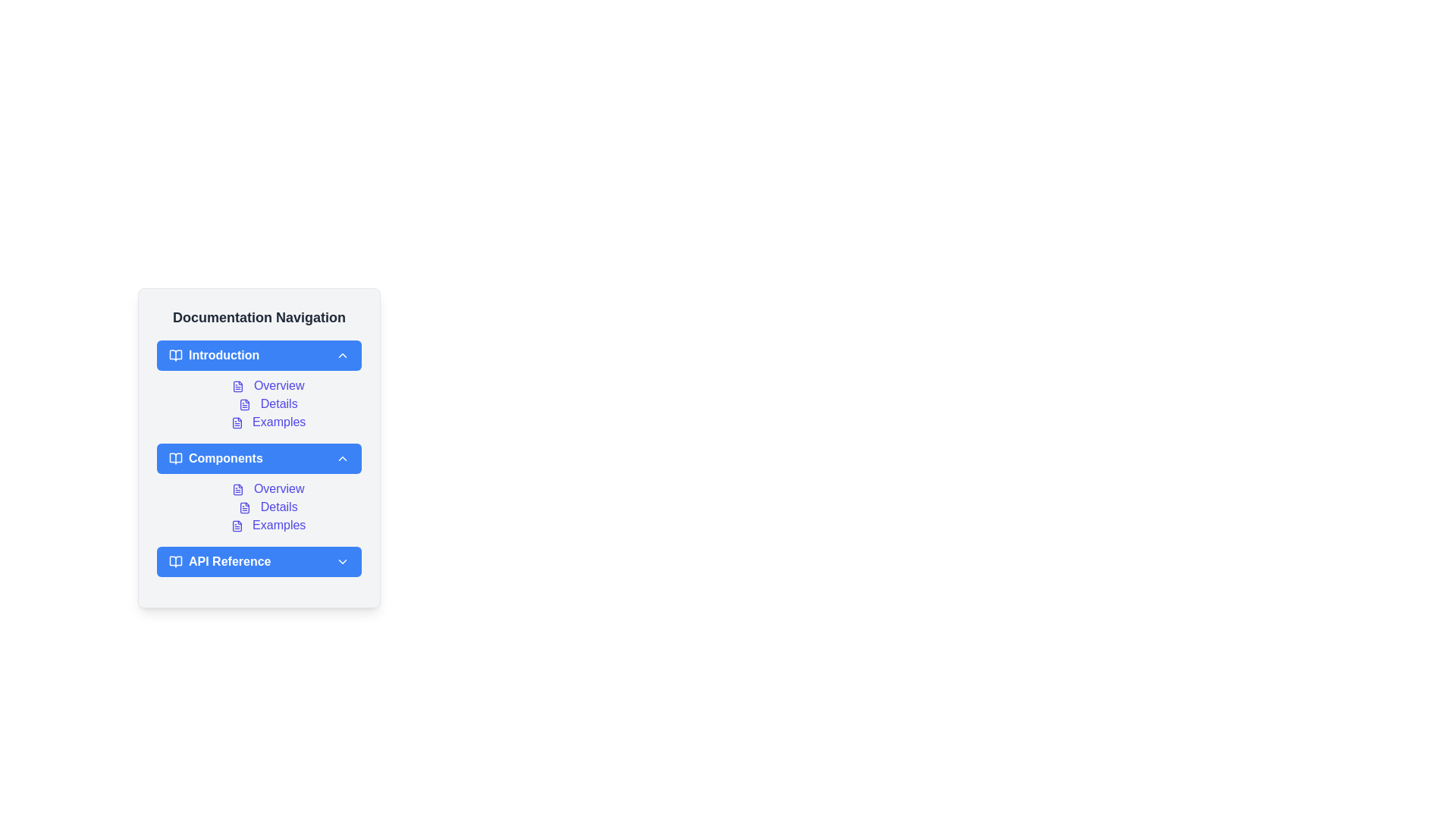 The image size is (1456, 819). Describe the element at coordinates (213, 356) in the screenshot. I see `the text label 'Introduction' with an associated open book icon inside the blue navigational button` at that location.